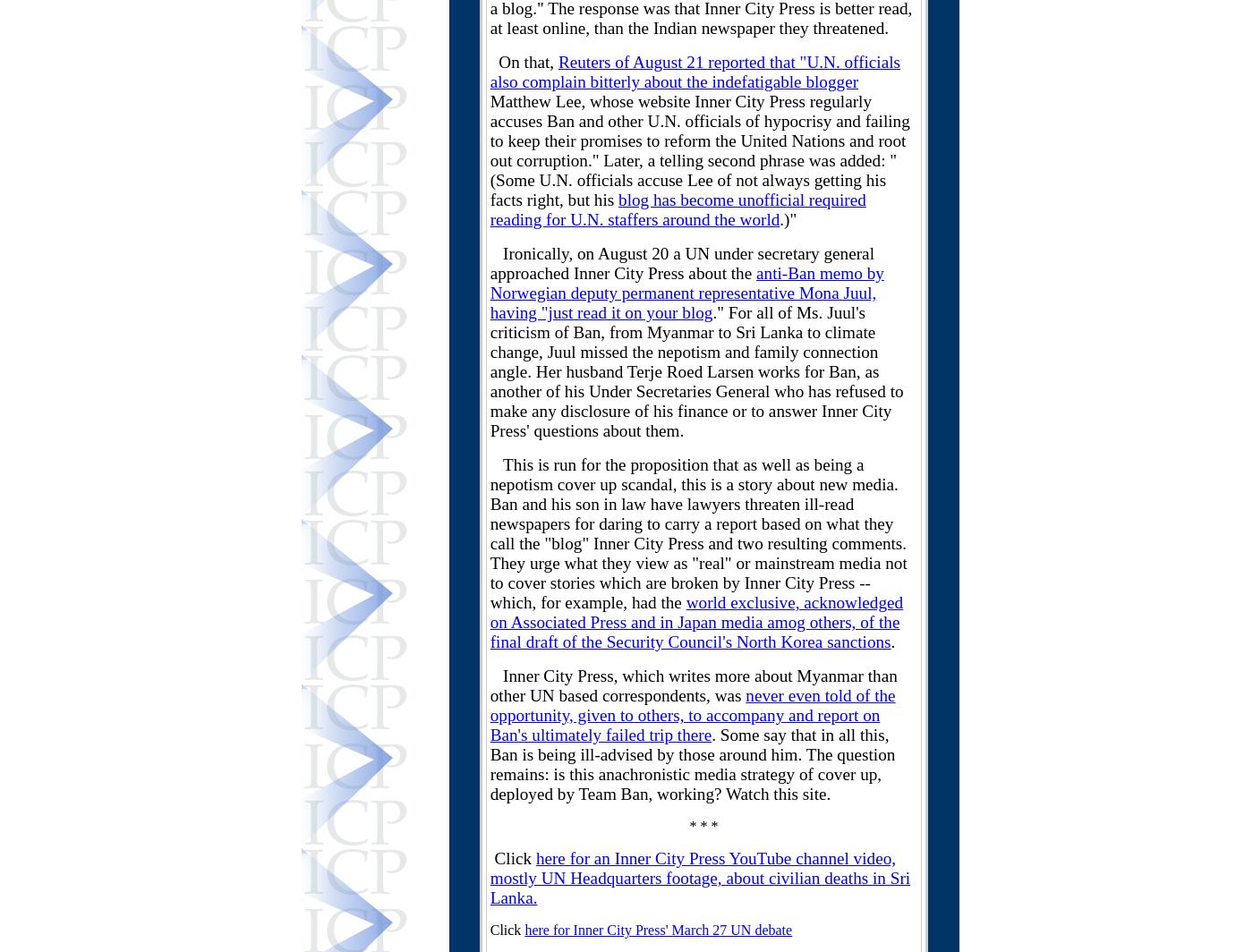  Describe the element at coordinates (788, 219) in the screenshot. I see `'.)"'` at that location.